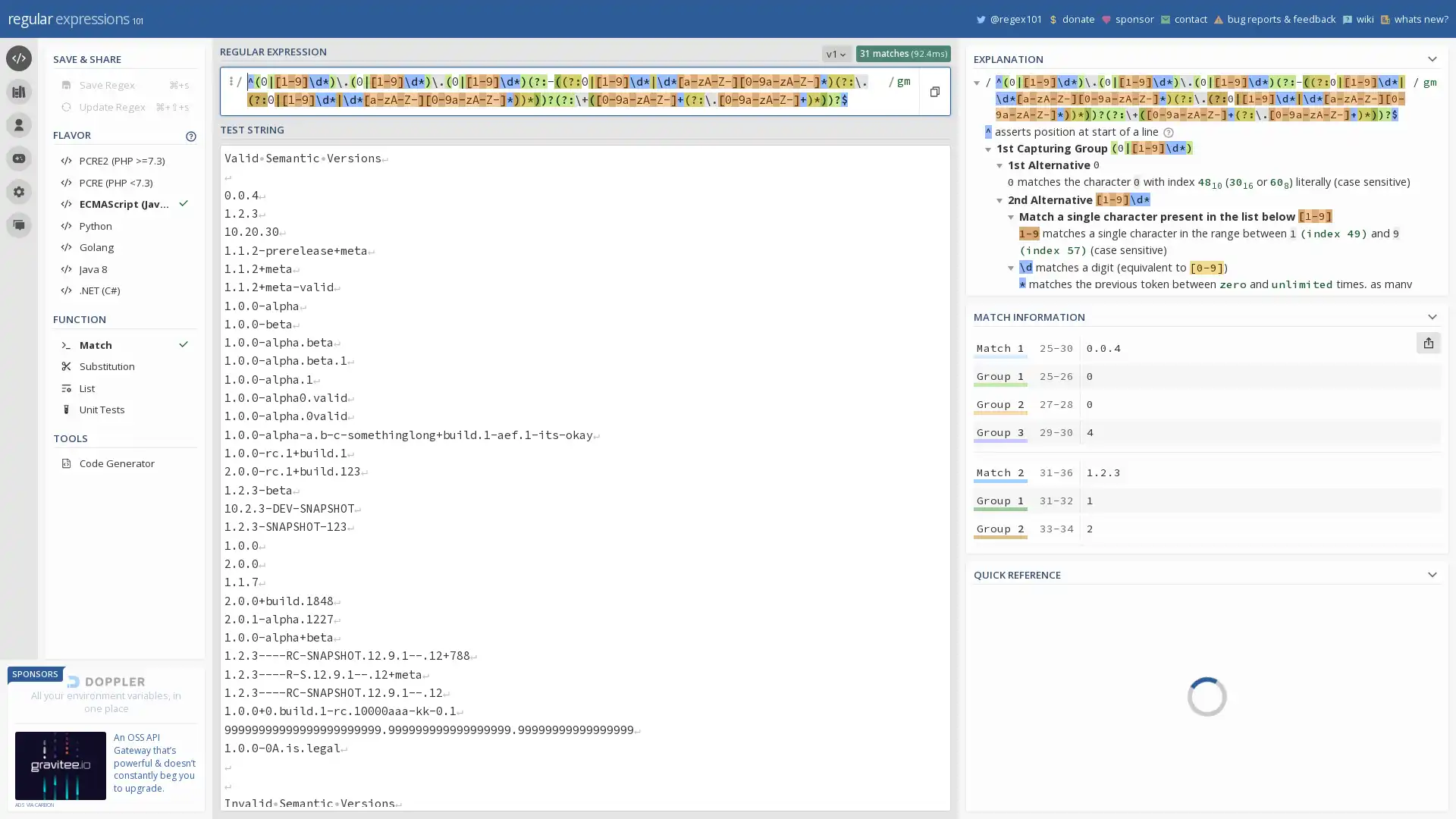 The image size is (1456, 819). What do you see at coordinates (1000, 680) in the screenshot?
I see `Group 3` at bounding box center [1000, 680].